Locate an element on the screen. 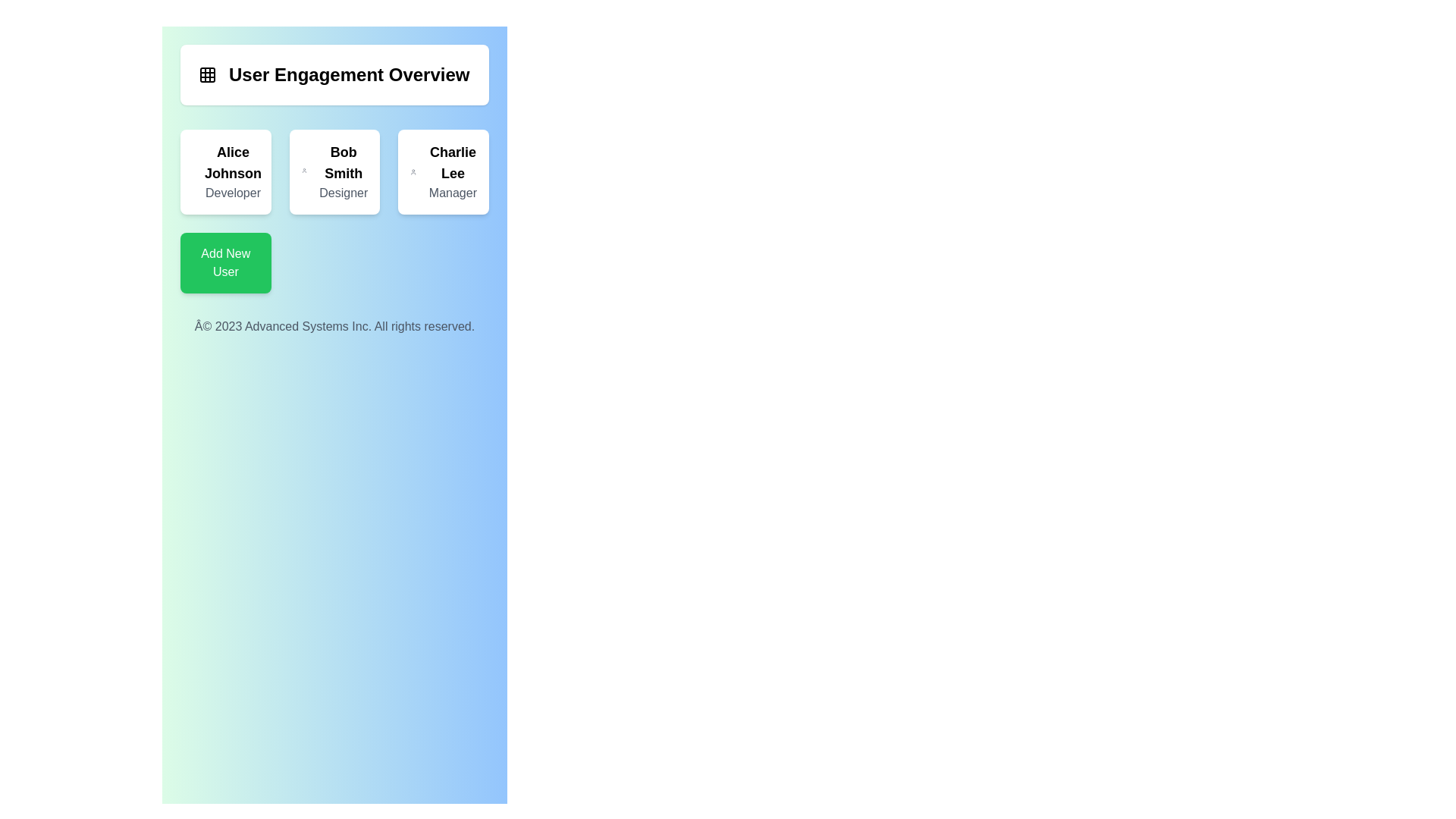 This screenshot has width=1456, height=819. text label displaying the name of an individual located in the top-right card of the 'User Engagement Overview' section is located at coordinates (452, 163).